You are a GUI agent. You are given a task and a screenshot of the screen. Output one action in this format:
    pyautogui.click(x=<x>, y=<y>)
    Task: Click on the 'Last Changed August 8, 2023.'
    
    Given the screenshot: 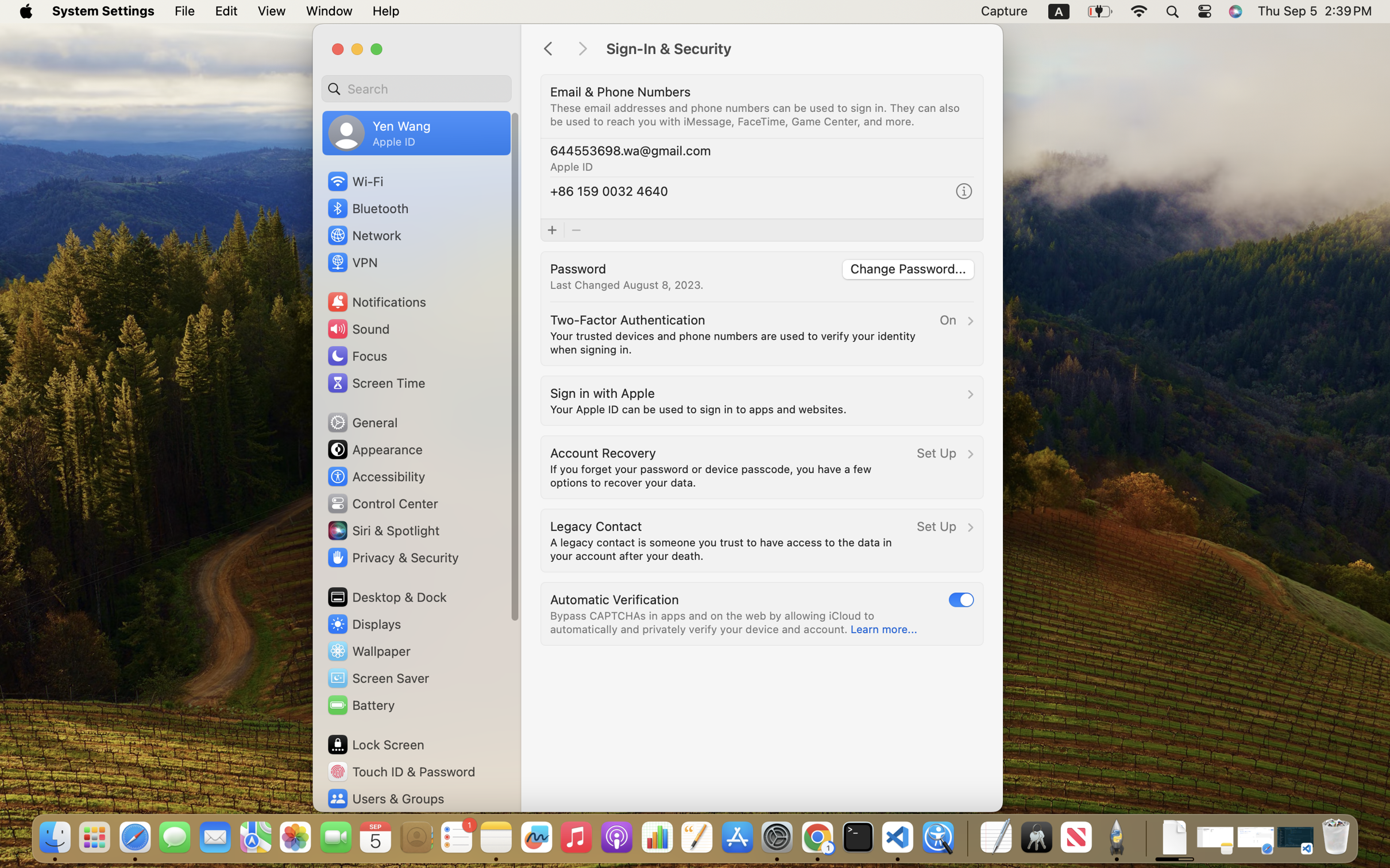 What is the action you would take?
    pyautogui.click(x=627, y=285)
    